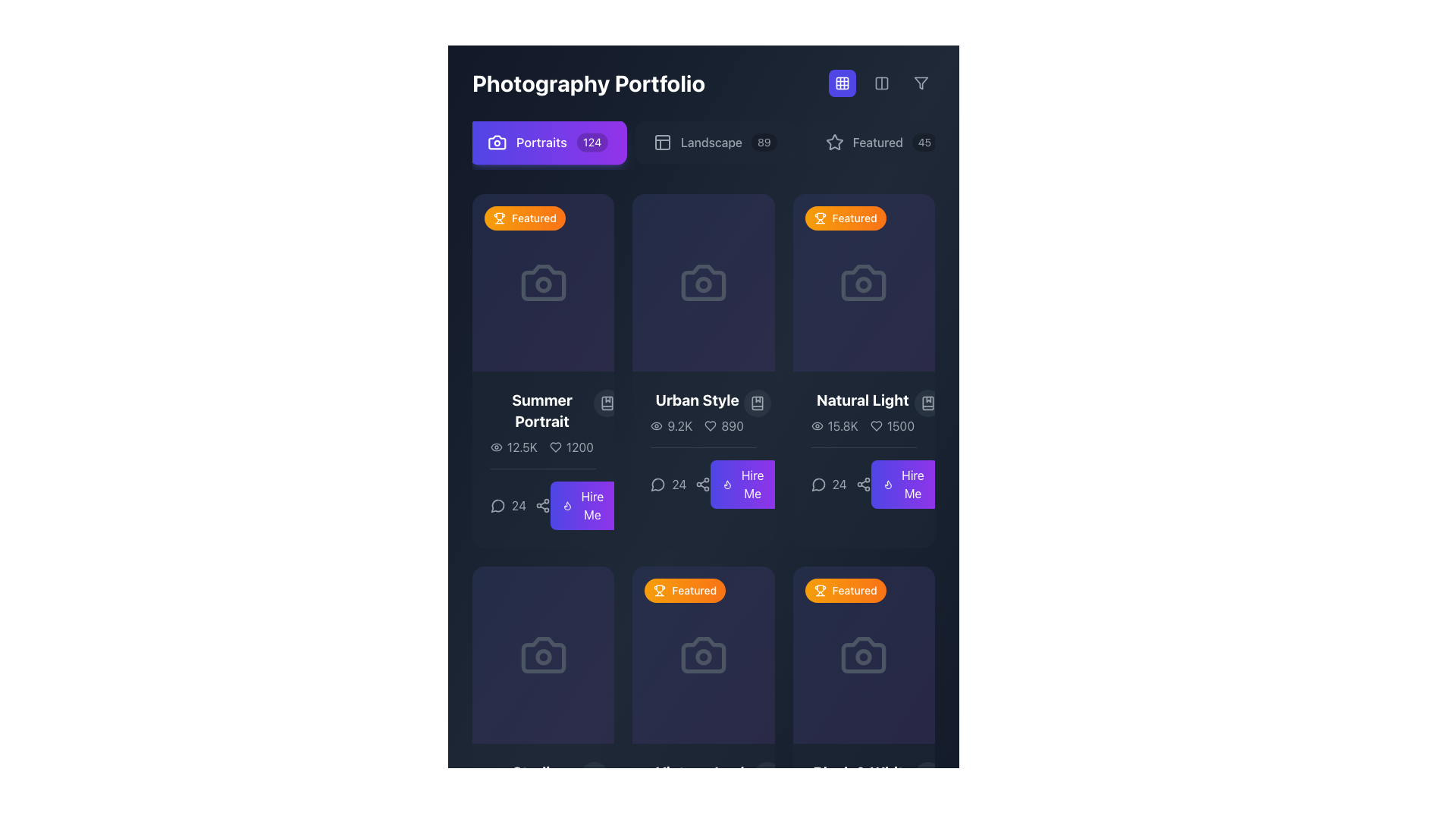  What do you see at coordinates (816, 426) in the screenshot?
I see `the visibility toggle icon located below the 'Natural Light' card title in the action icons group` at bounding box center [816, 426].